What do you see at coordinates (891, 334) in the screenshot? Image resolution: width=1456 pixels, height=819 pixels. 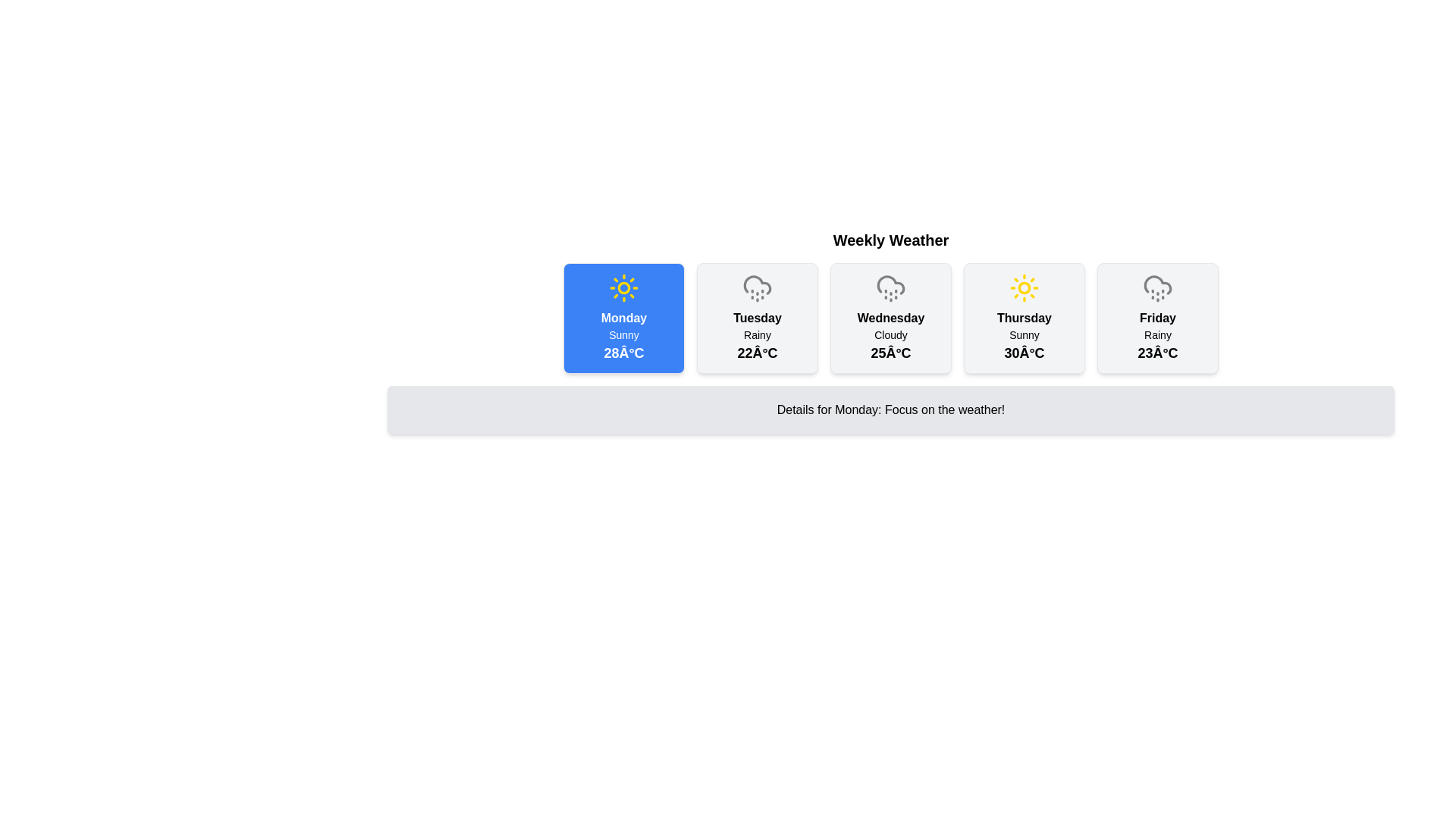 I see `the text label displaying the weather condition 'Cloudy' located within the third weather forecast card for Wednesday, positioned between the day label and the temperature` at bounding box center [891, 334].